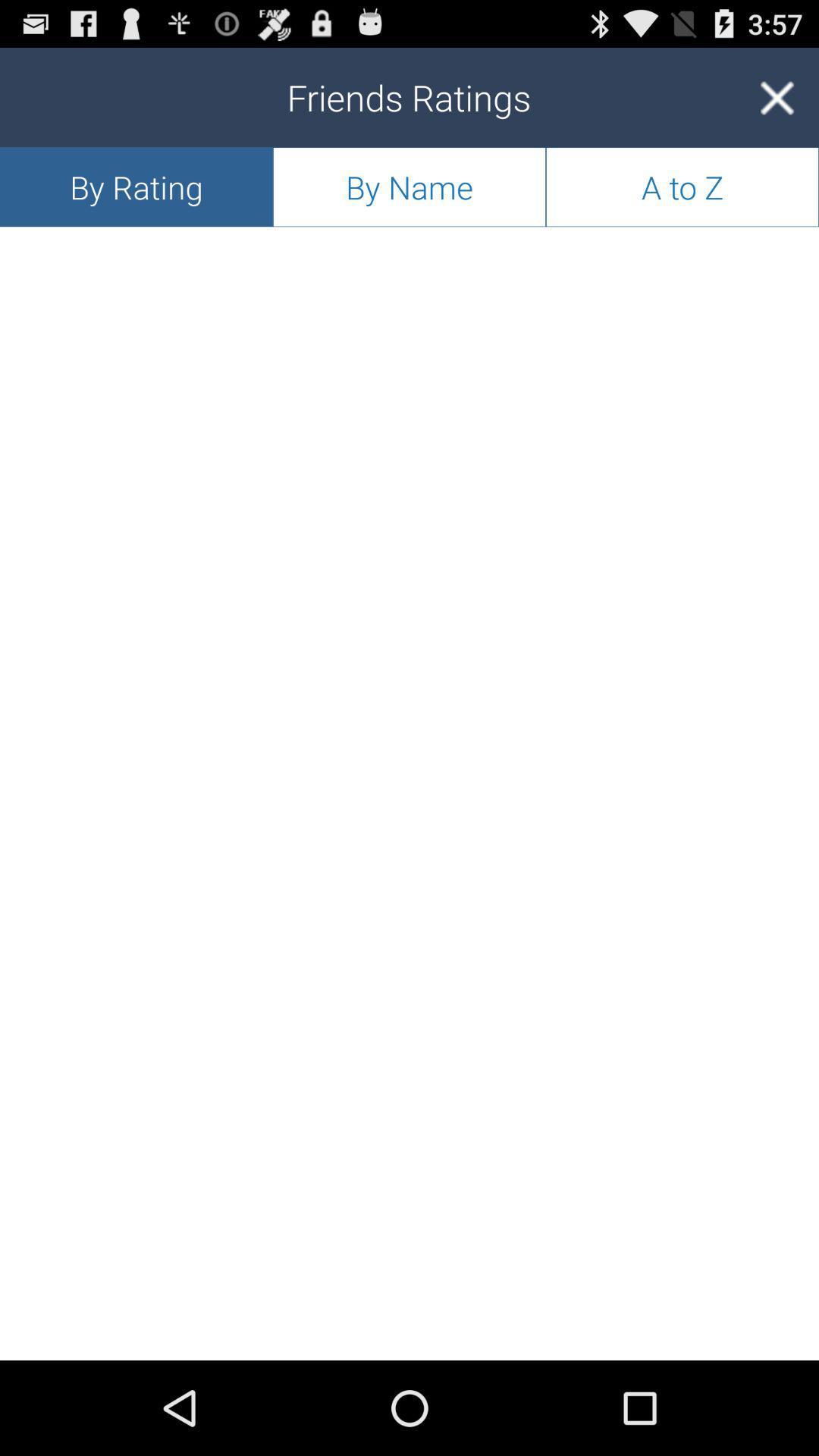 The image size is (819, 1456). I want to click on item next to the a to z icon, so click(409, 186).